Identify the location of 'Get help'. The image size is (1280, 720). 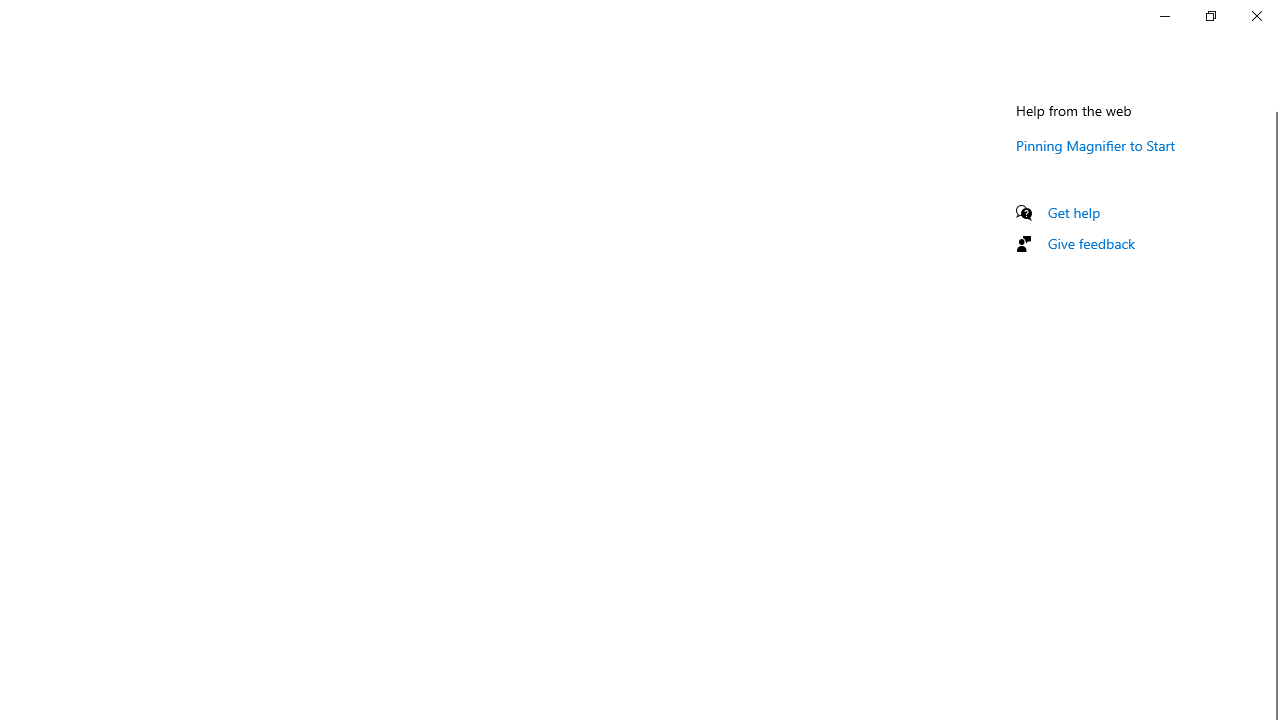
(1073, 212).